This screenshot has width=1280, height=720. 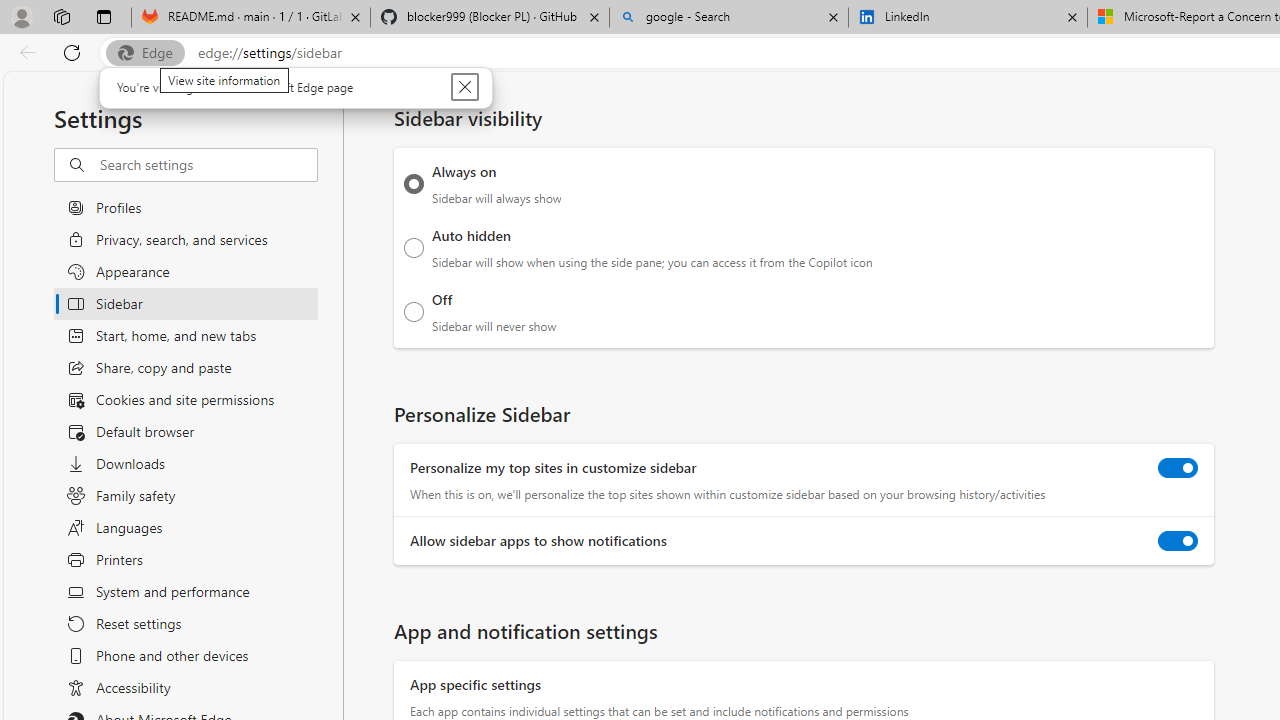 What do you see at coordinates (967, 17) in the screenshot?
I see `'LinkedIn'` at bounding box center [967, 17].